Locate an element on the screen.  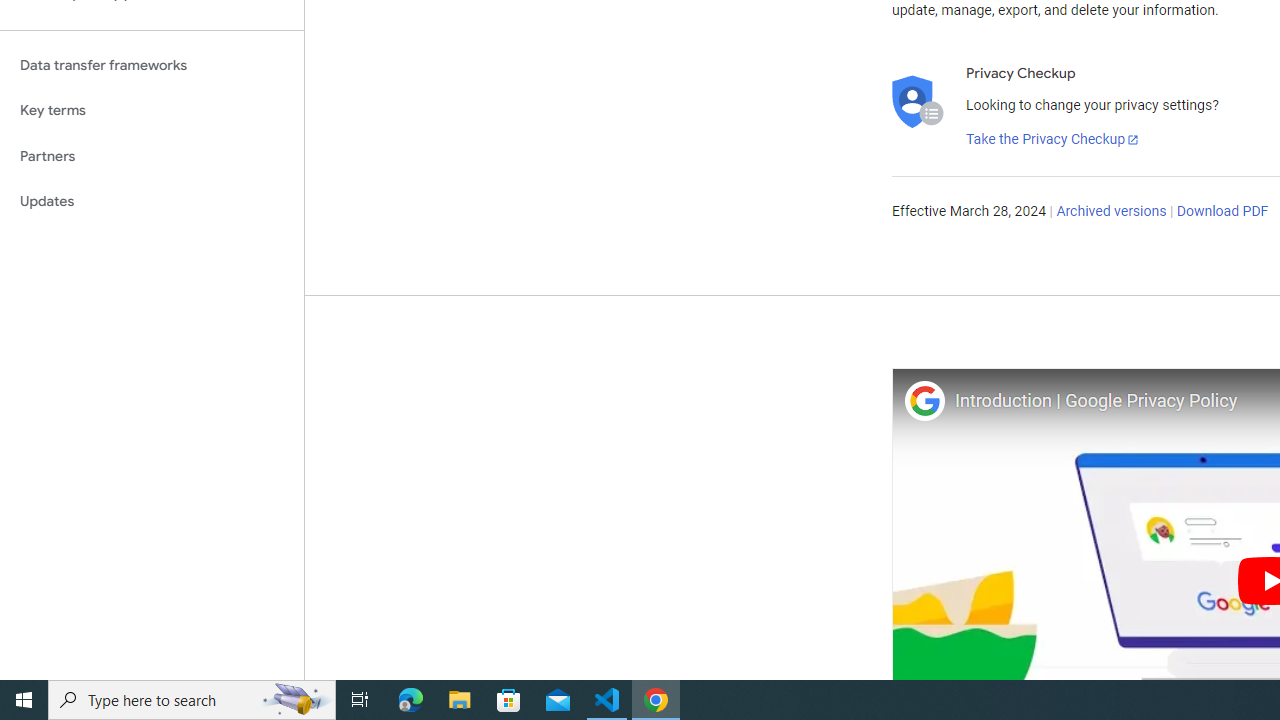
'Take the Privacy Checkup' is located at coordinates (1052, 139).